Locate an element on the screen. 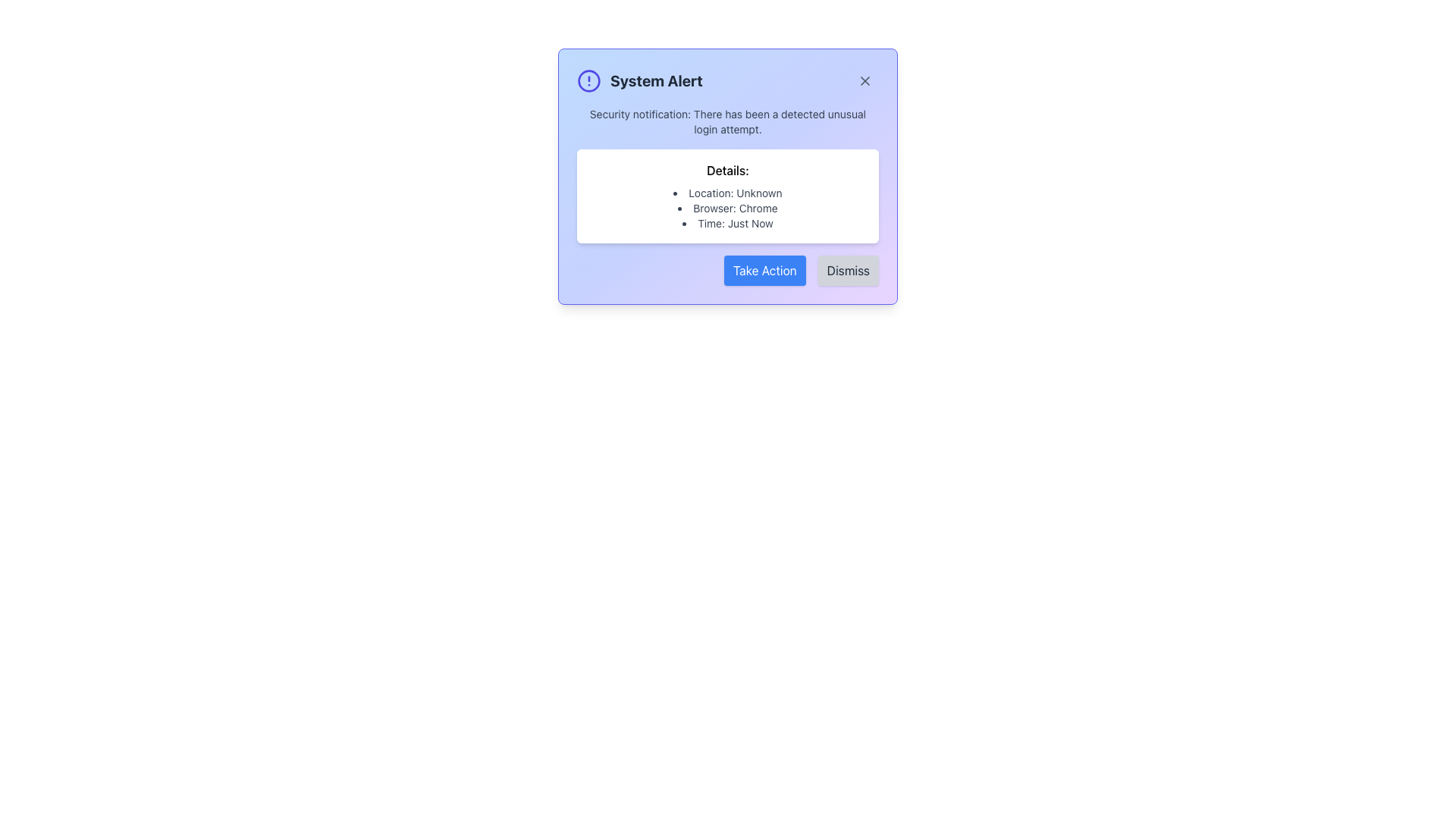 The width and height of the screenshot is (1456, 819). the rectangular button with rounded corners, blue background, and 'Take Action' text is located at coordinates (764, 270).